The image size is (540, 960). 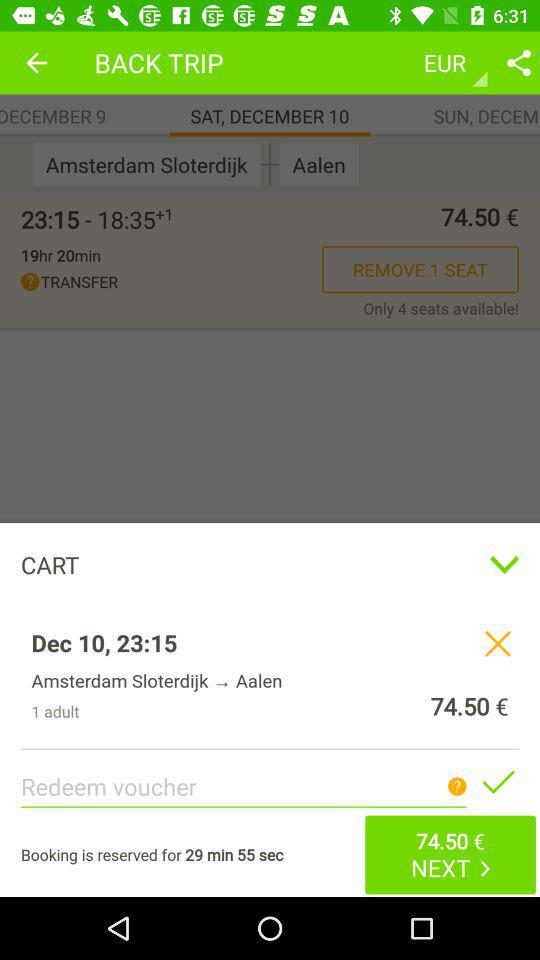 What do you see at coordinates (36, 62) in the screenshot?
I see `item next to back trip item` at bounding box center [36, 62].